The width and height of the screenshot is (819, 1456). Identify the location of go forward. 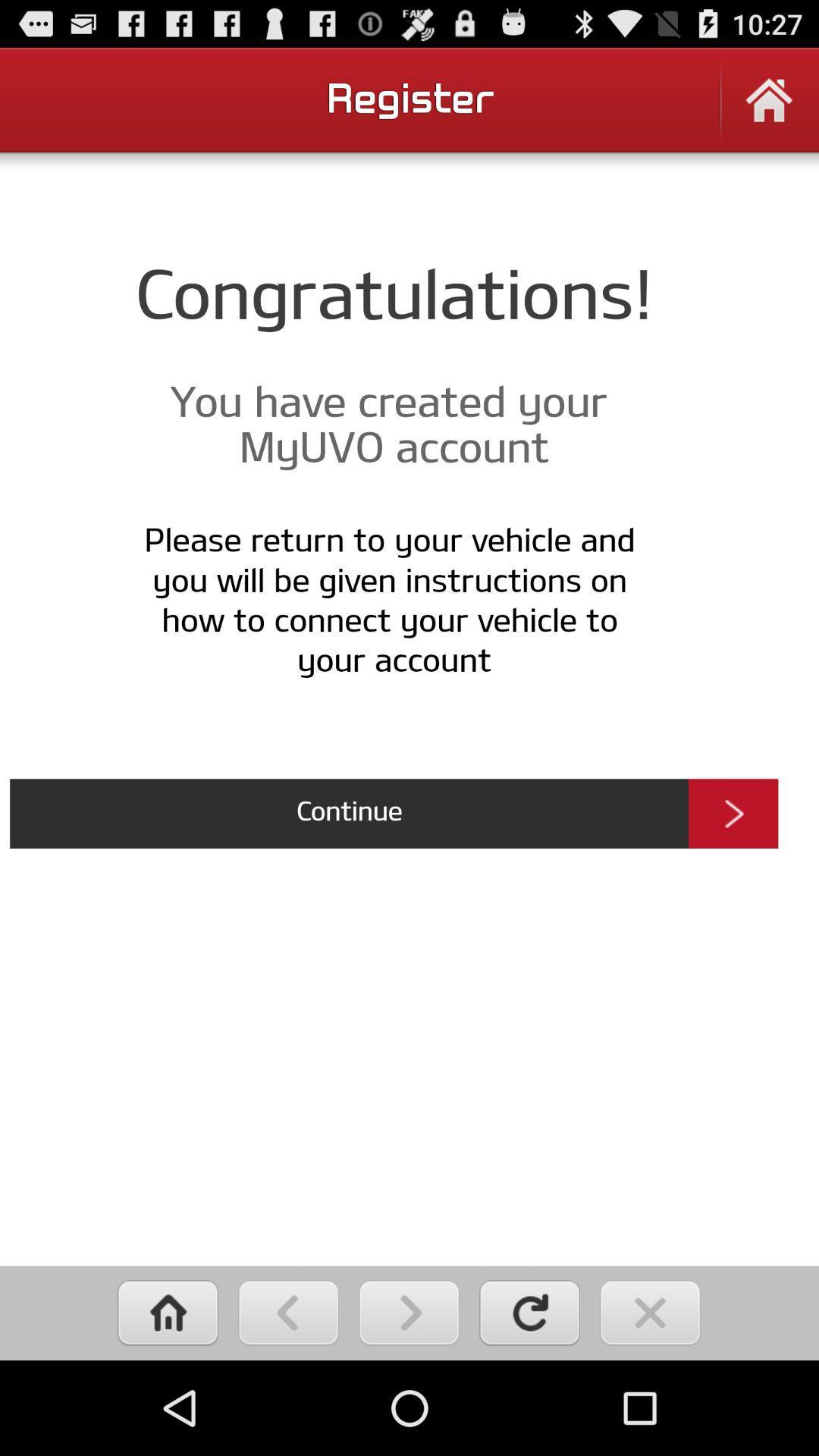
(408, 1312).